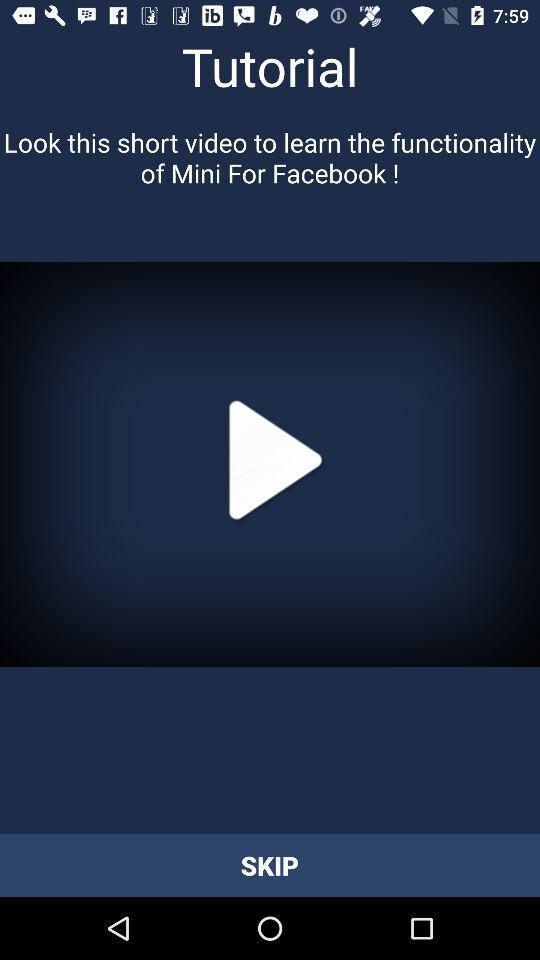 The image size is (540, 960). Describe the element at coordinates (270, 864) in the screenshot. I see `skip item` at that location.